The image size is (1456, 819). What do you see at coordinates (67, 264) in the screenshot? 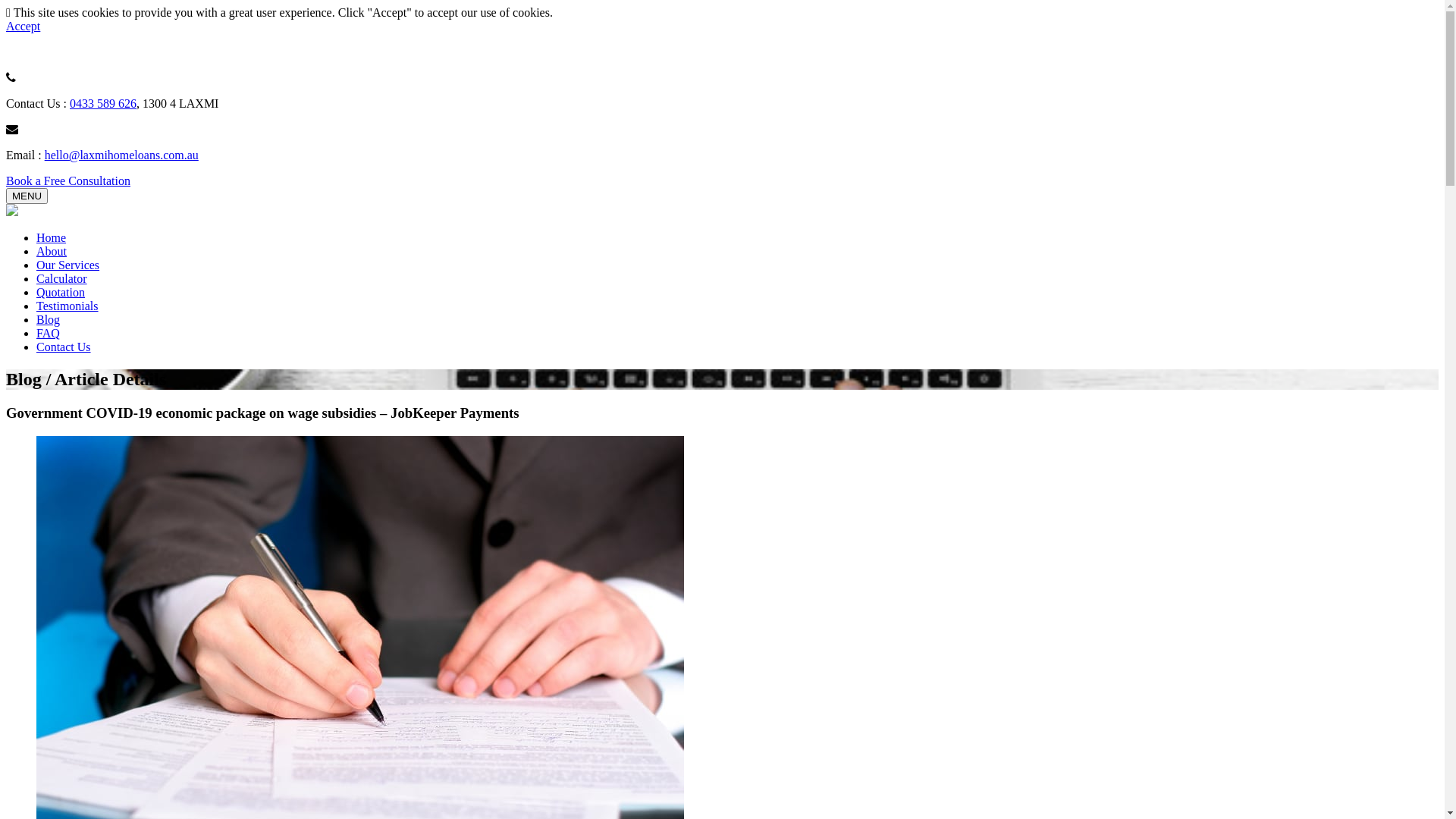
I see `'Our Services'` at bounding box center [67, 264].